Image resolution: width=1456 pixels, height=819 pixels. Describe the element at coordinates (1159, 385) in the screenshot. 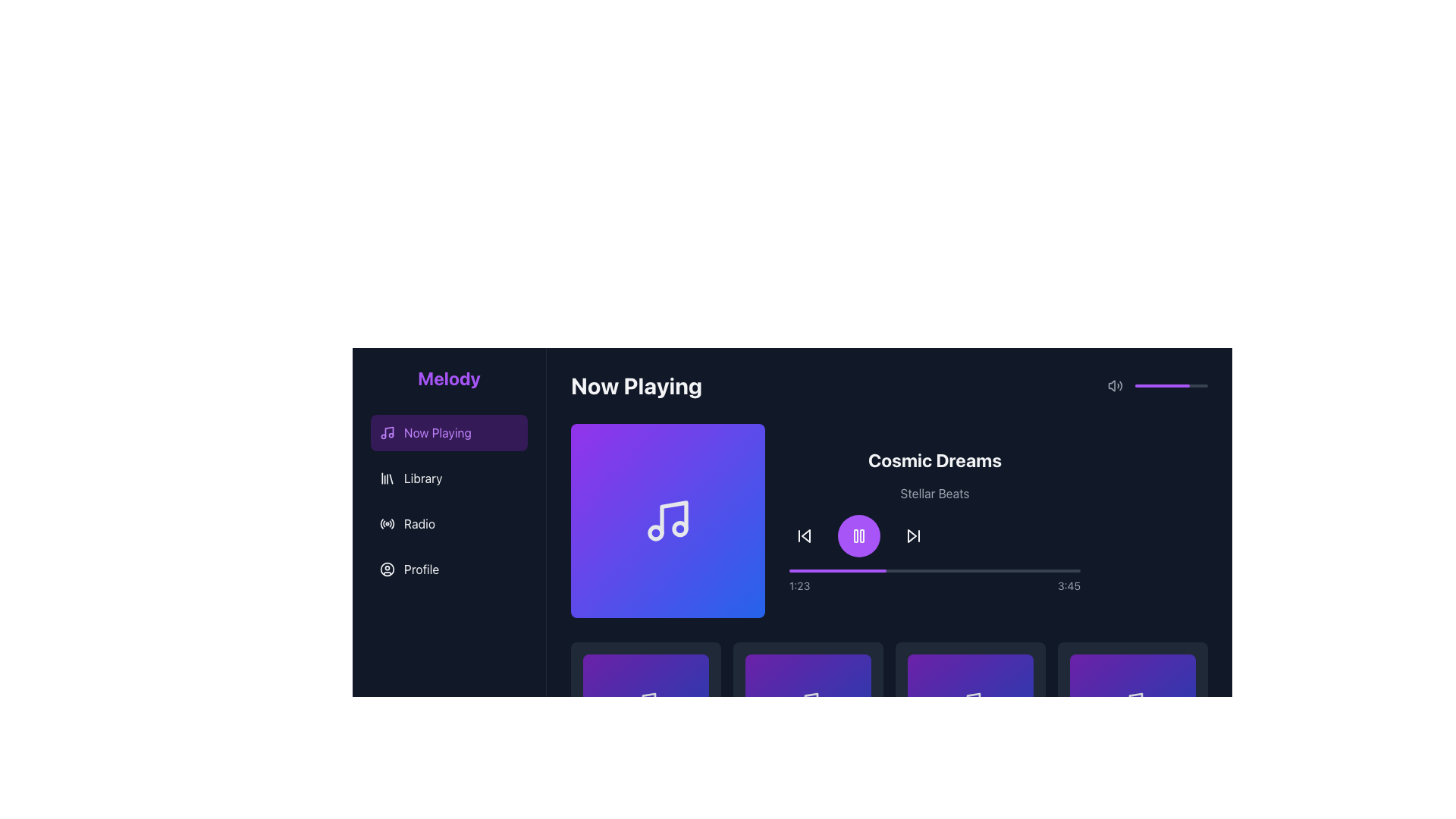

I see `the slider` at that location.